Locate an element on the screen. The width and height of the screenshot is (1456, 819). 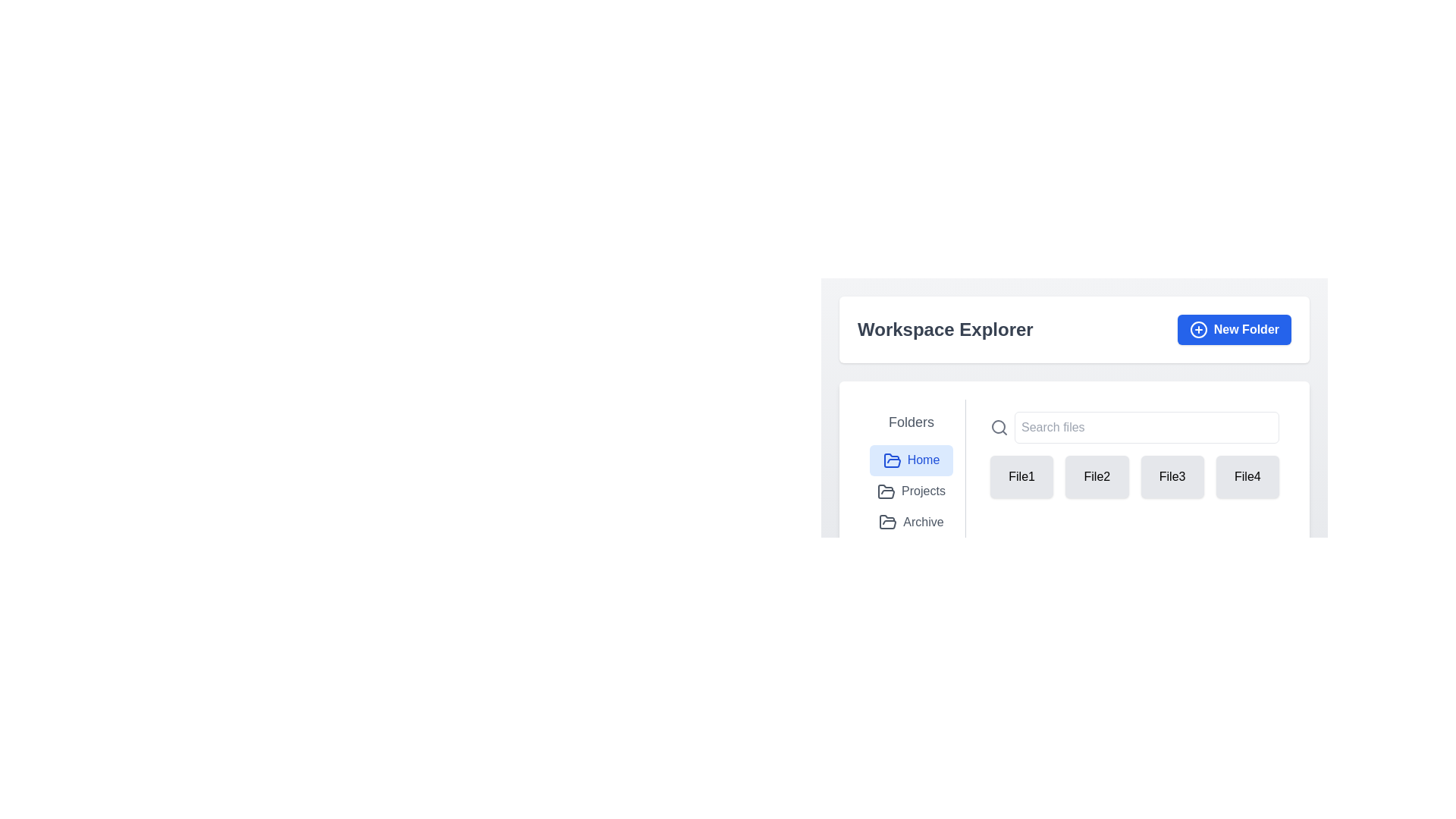
the file card in the grid layout is located at coordinates (1134, 474).